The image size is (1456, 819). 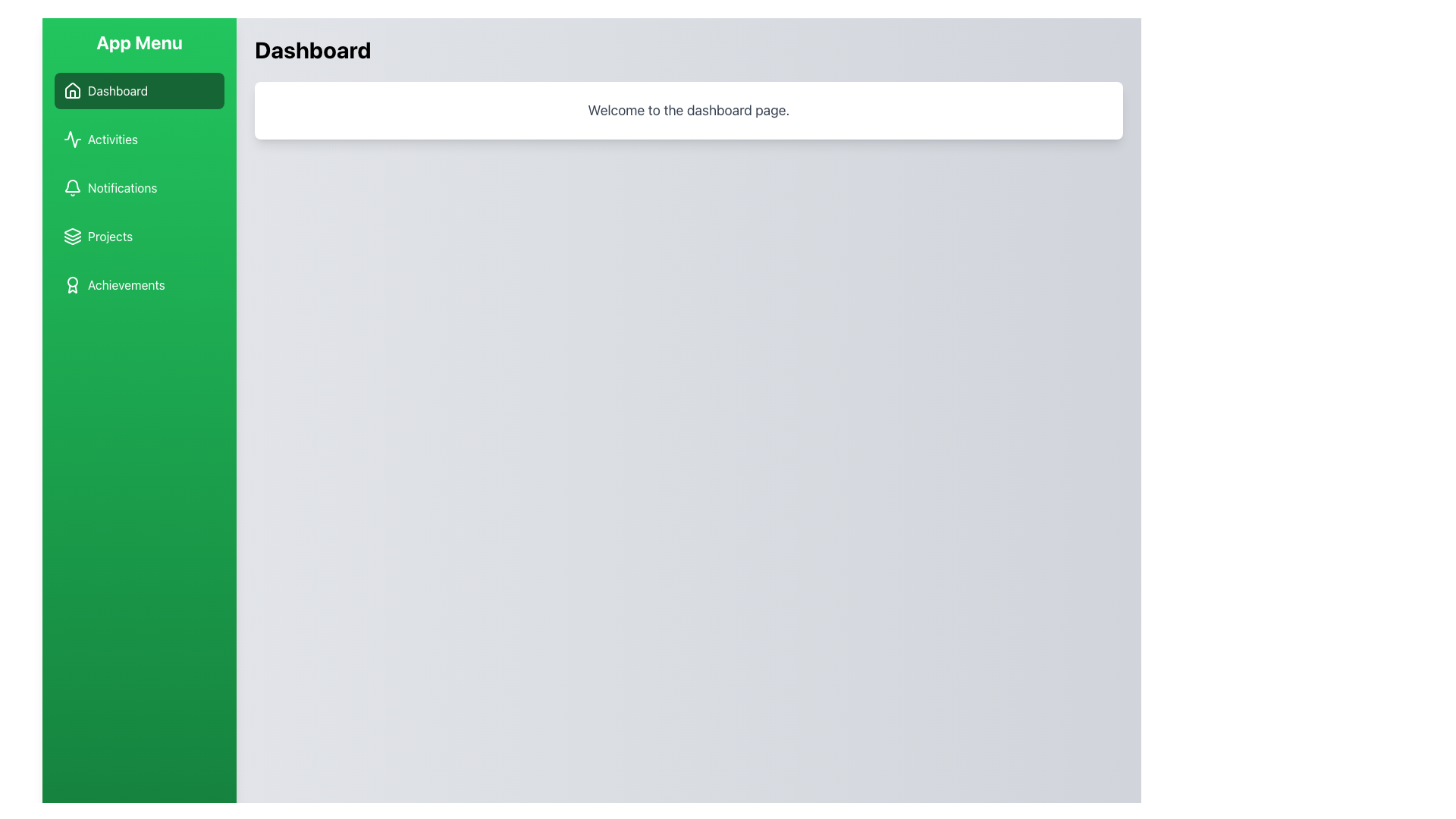 I want to click on the 'Achievements' text label in the left-hand vertical menu, which is styled with white text on a green background and is the fifth item in the menu, so click(x=126, y=284).